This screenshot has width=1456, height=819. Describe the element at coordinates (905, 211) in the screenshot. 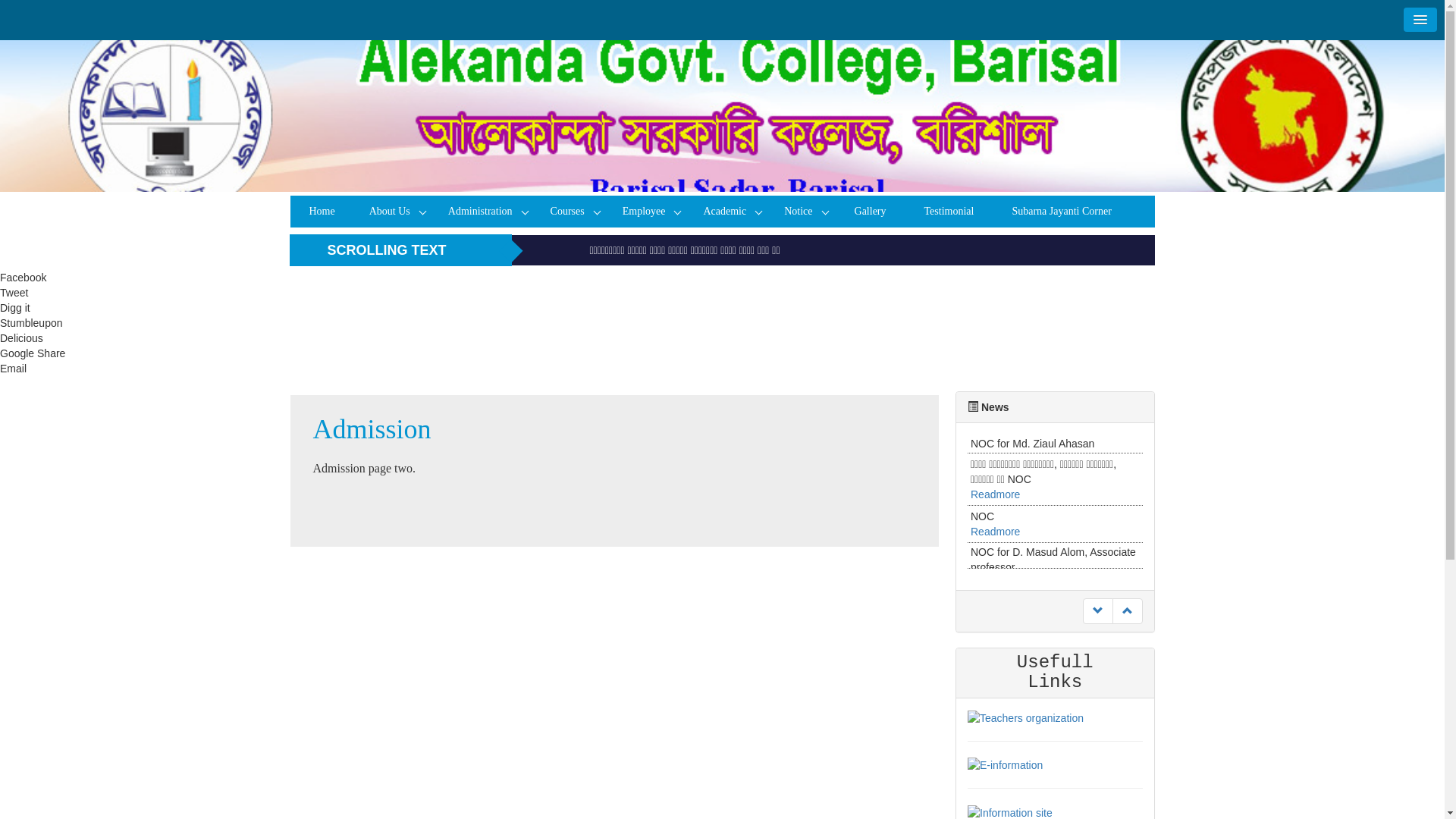

I see `'Testimonial'` at that location.